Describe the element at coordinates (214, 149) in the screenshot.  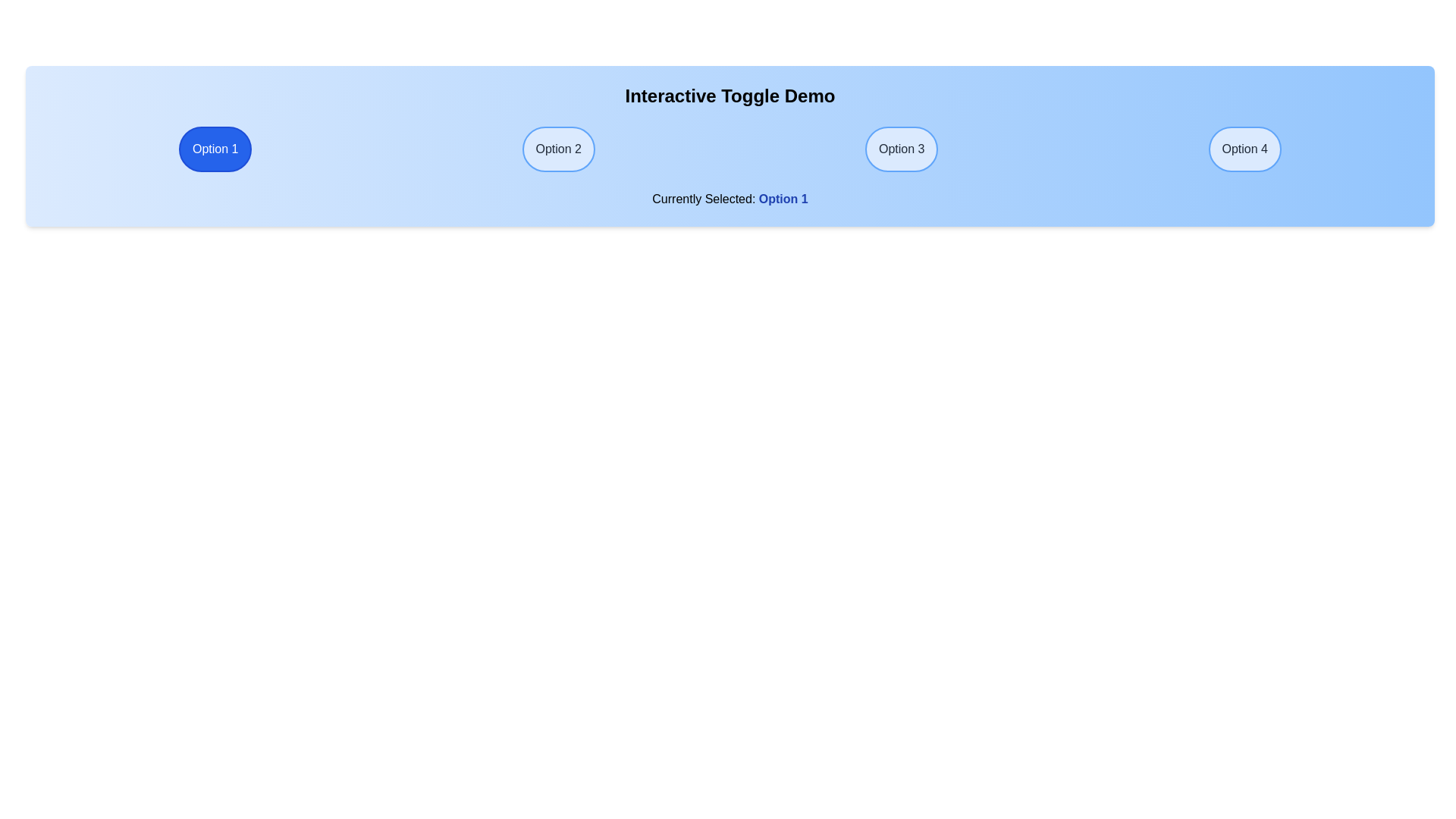
I see `the option Option 1 to select it` at that location.